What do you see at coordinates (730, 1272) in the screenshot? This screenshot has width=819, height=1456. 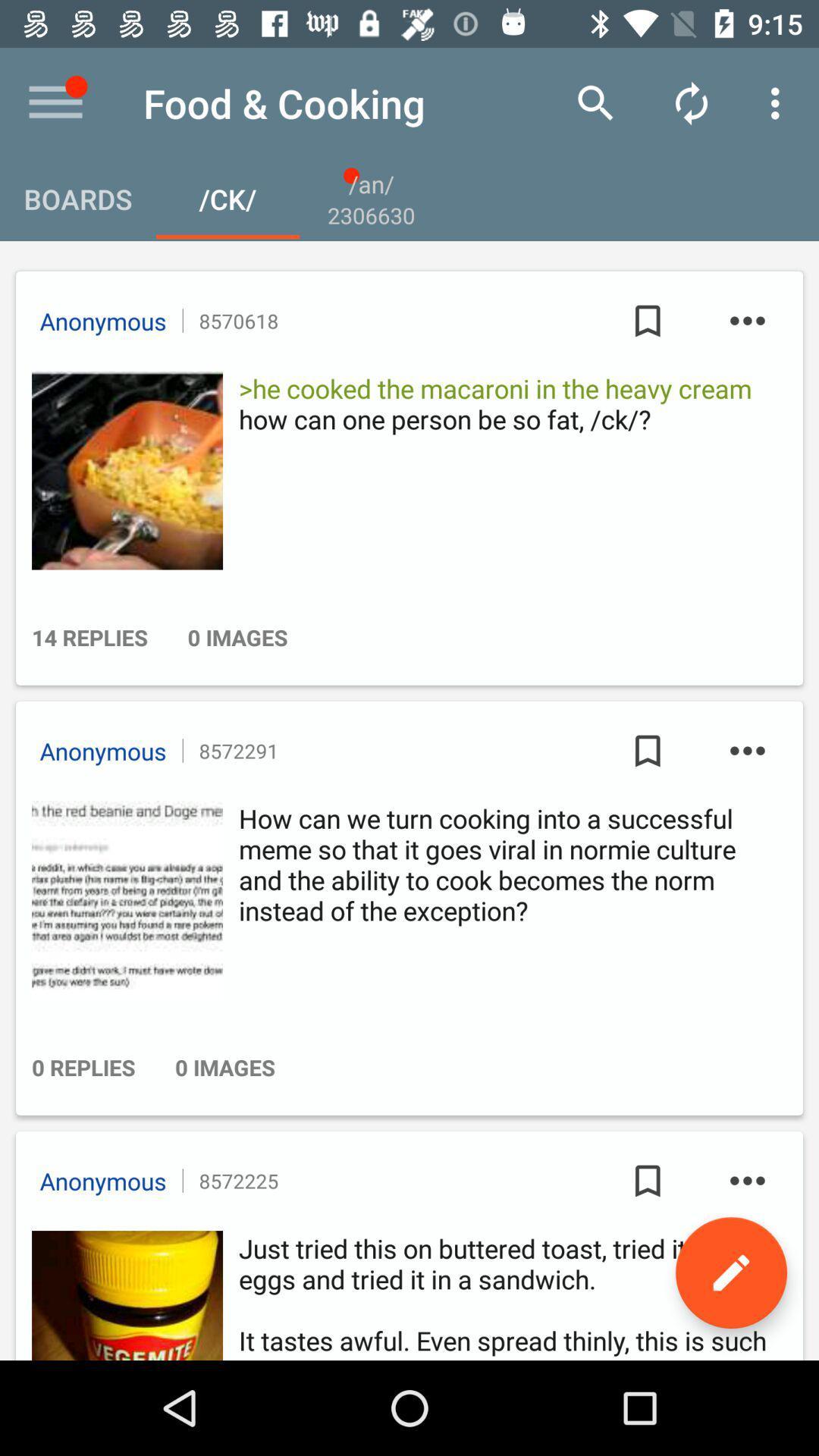 I see `edit` at bounding box center [730, 1272].